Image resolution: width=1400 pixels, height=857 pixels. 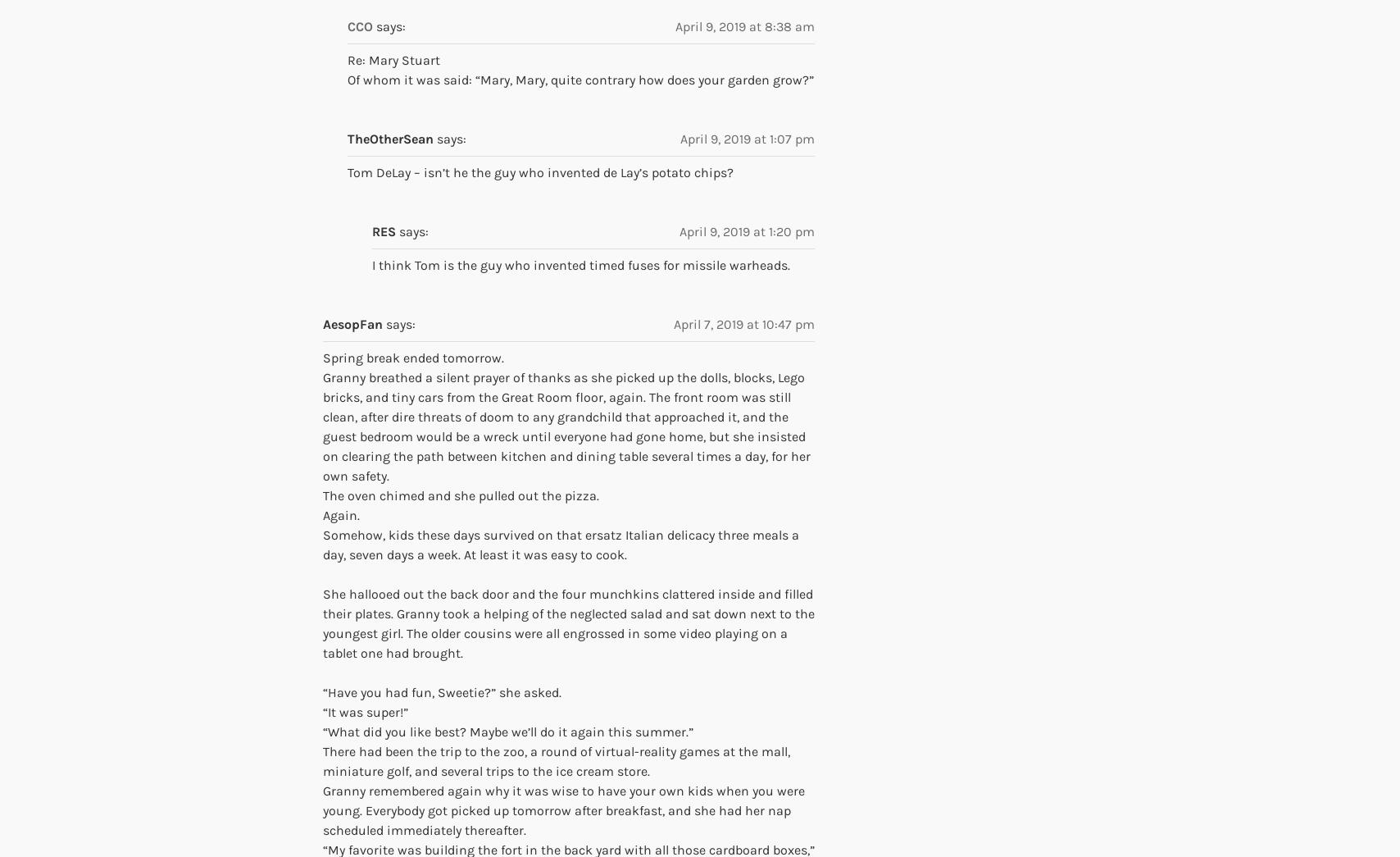 I want to click on 'April 9, 2019 at 1:07 pm', so click(x=748, y=138).